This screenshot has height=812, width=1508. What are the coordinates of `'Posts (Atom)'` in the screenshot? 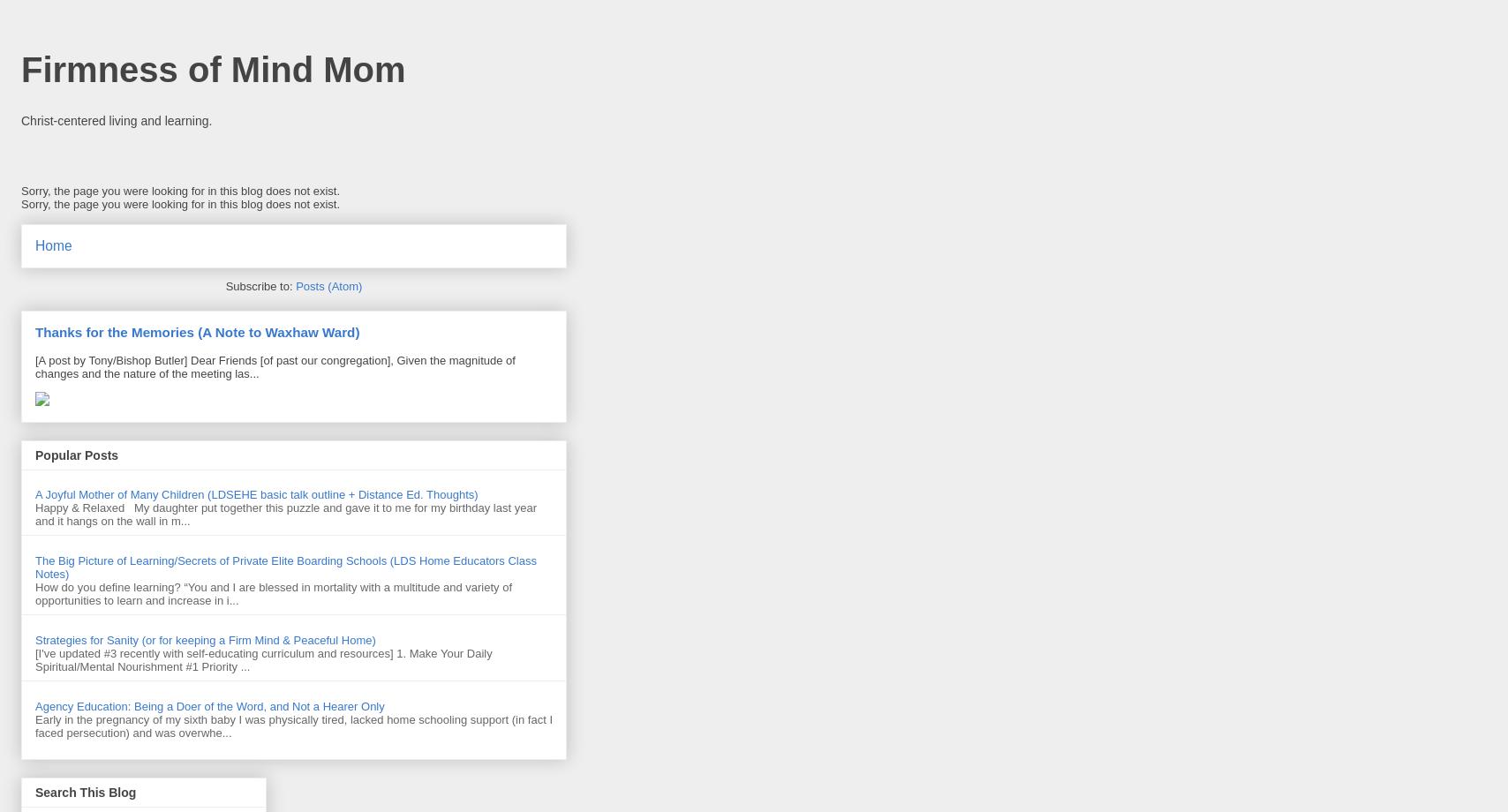 It's located at (328, 286).